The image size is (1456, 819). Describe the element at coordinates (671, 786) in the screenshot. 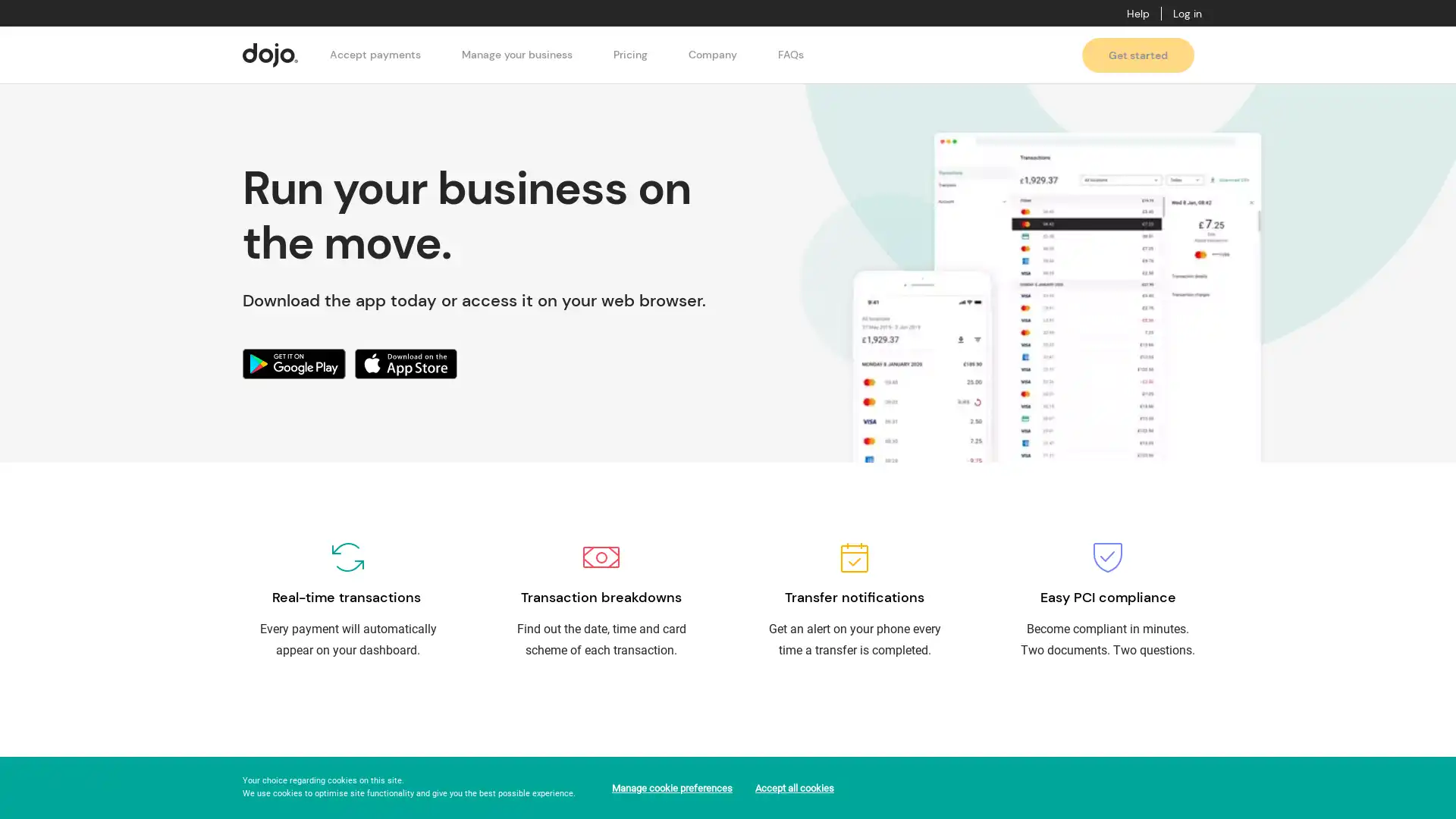

I see `Manage cookie preferences` at that location.